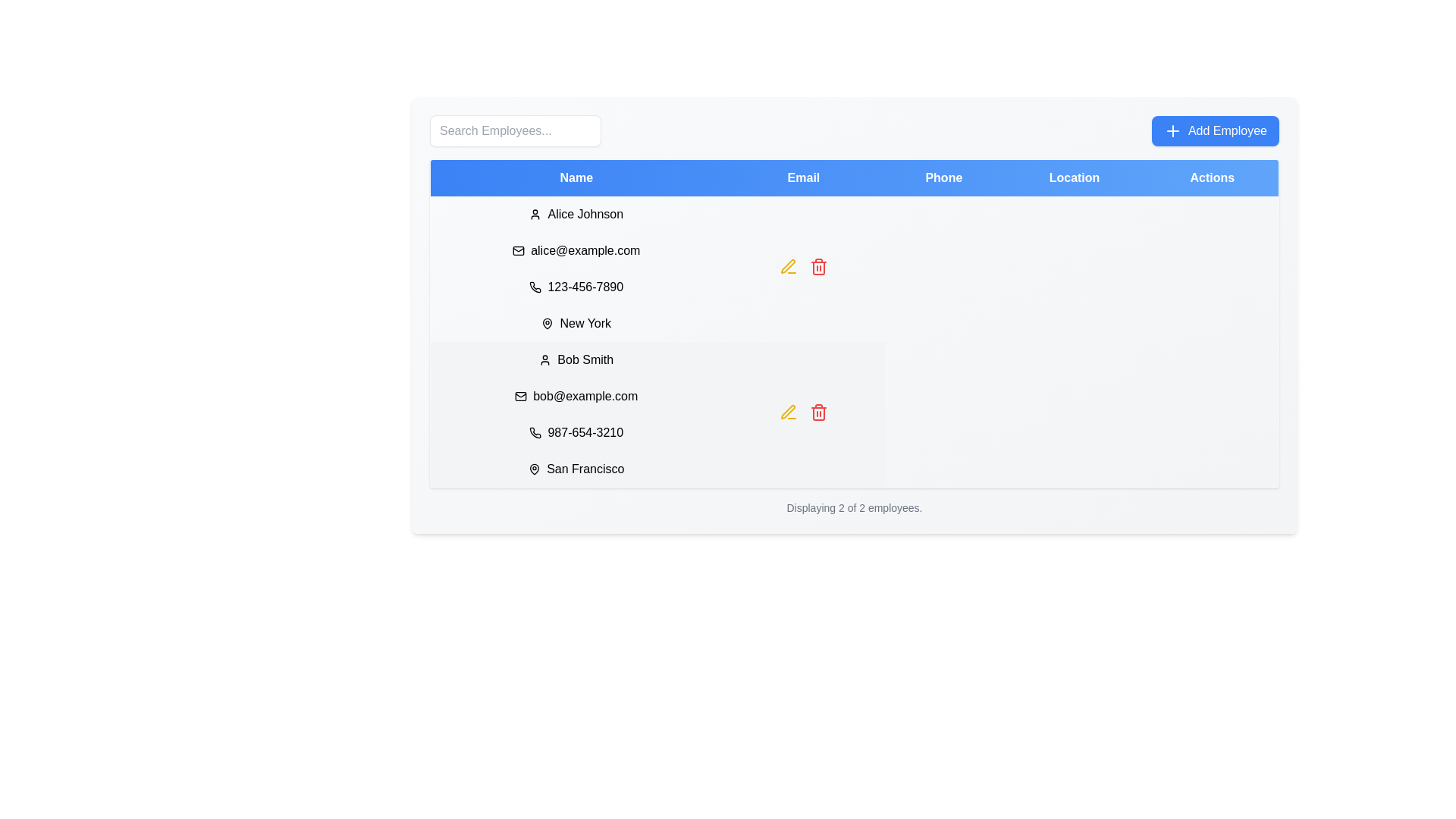 The height and width of the screenshot is (819, 1456). Describe the element at coordinates (818, 413) in the screenshot. I see `the trash bin icon in the Actions column of the second row of the employee table` at that location.